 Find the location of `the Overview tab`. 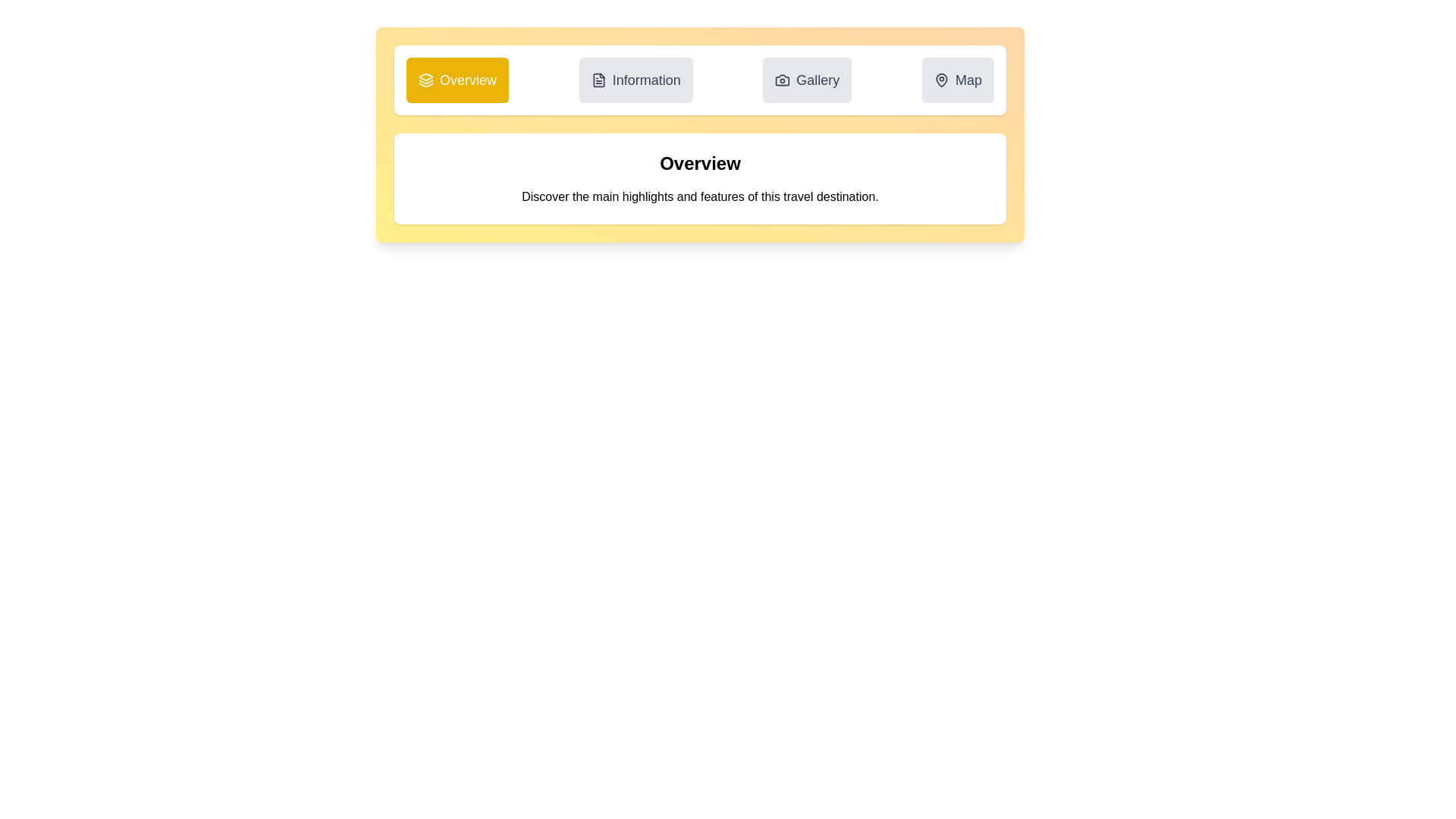

the Overview tab is located at coordinates (457, 80).